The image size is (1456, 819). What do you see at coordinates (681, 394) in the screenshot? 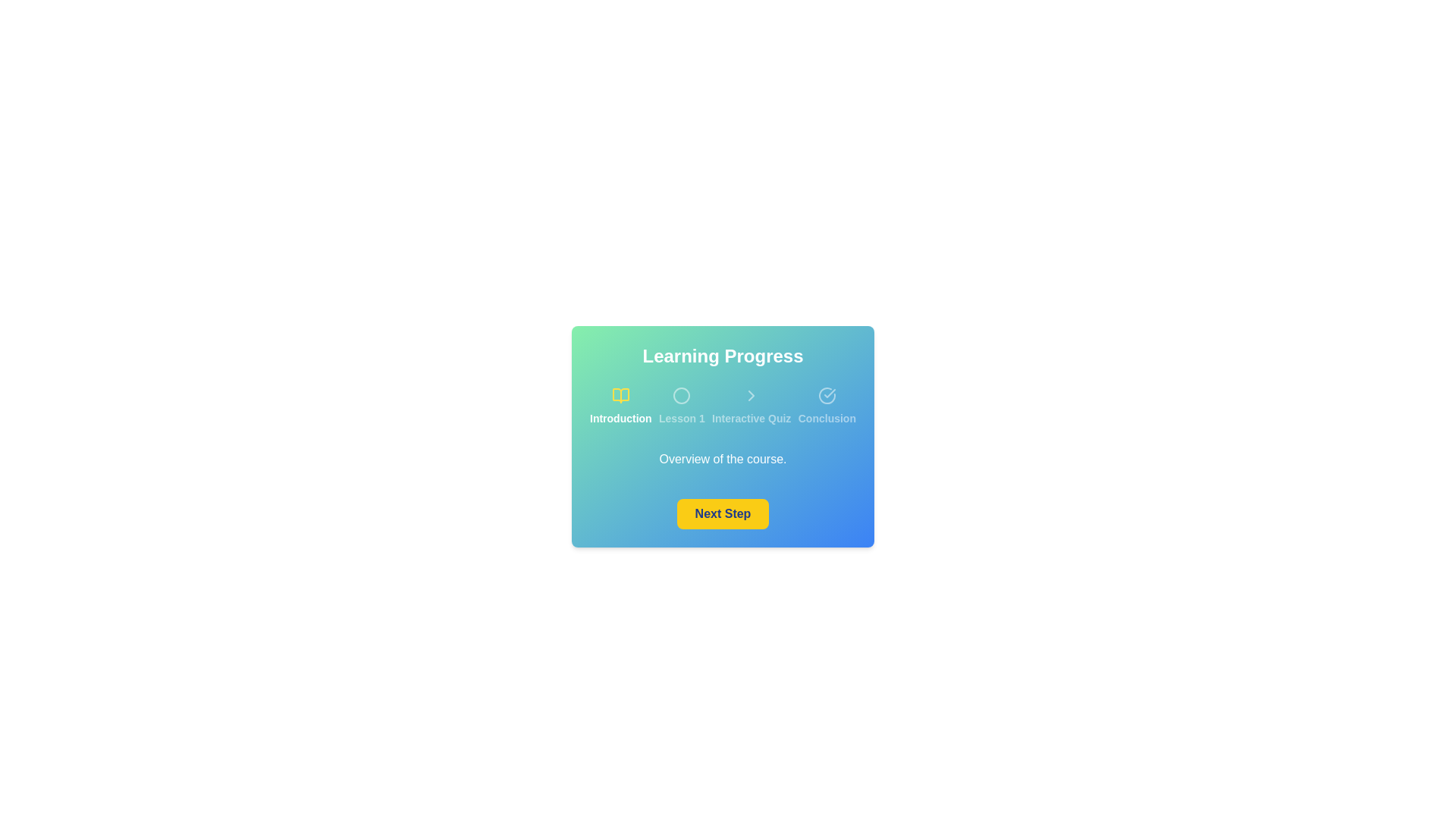
I see `the circular icon representing 'Lesson 1', which indicates the progression of a specific stage` at bounding box center [681, 394].